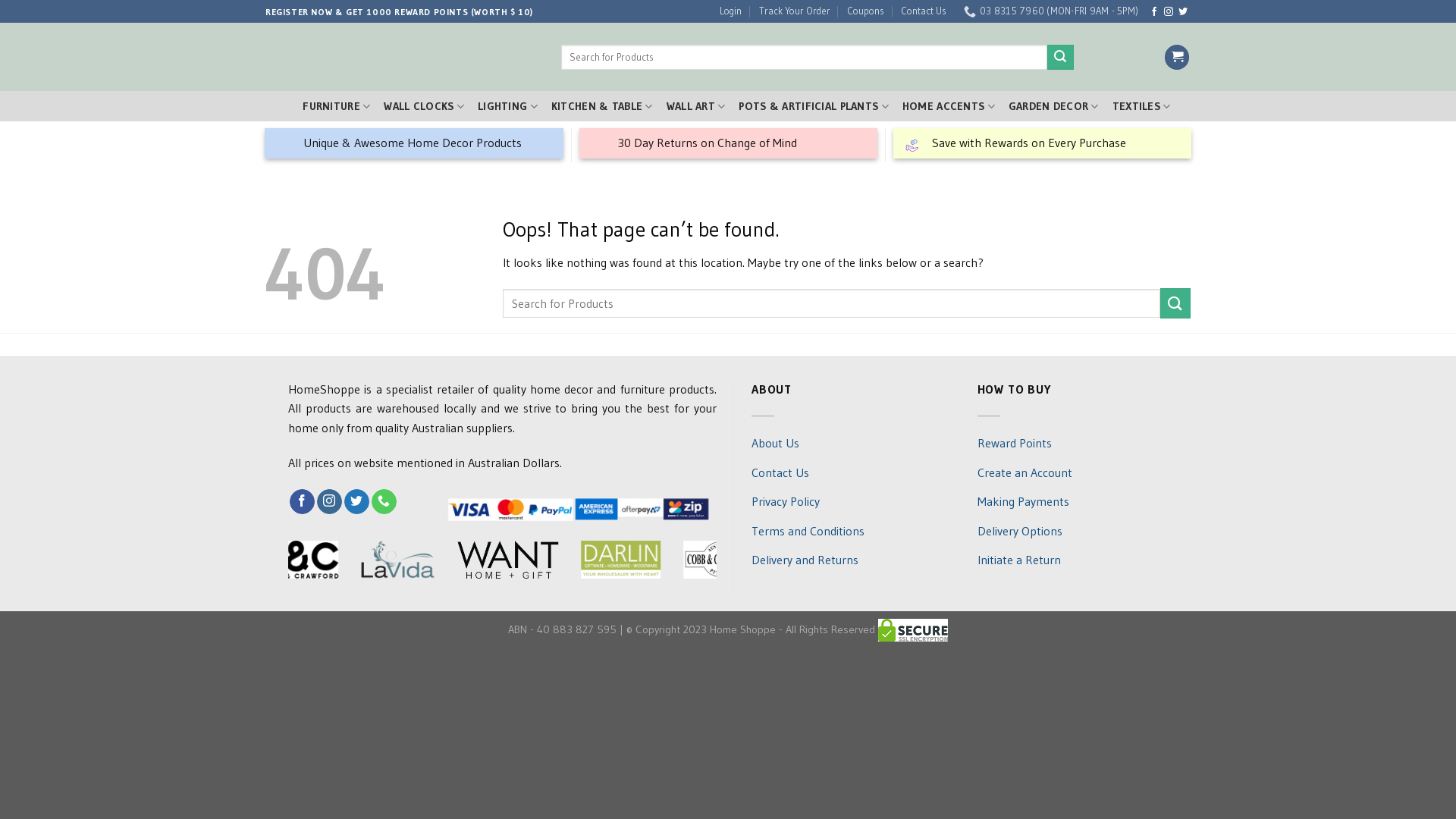 The image size is (1456, 819). What do you see at coordinates (895, 11) in the screenshot?
I see `'Contact Us'` at bounding box center [895, 11].